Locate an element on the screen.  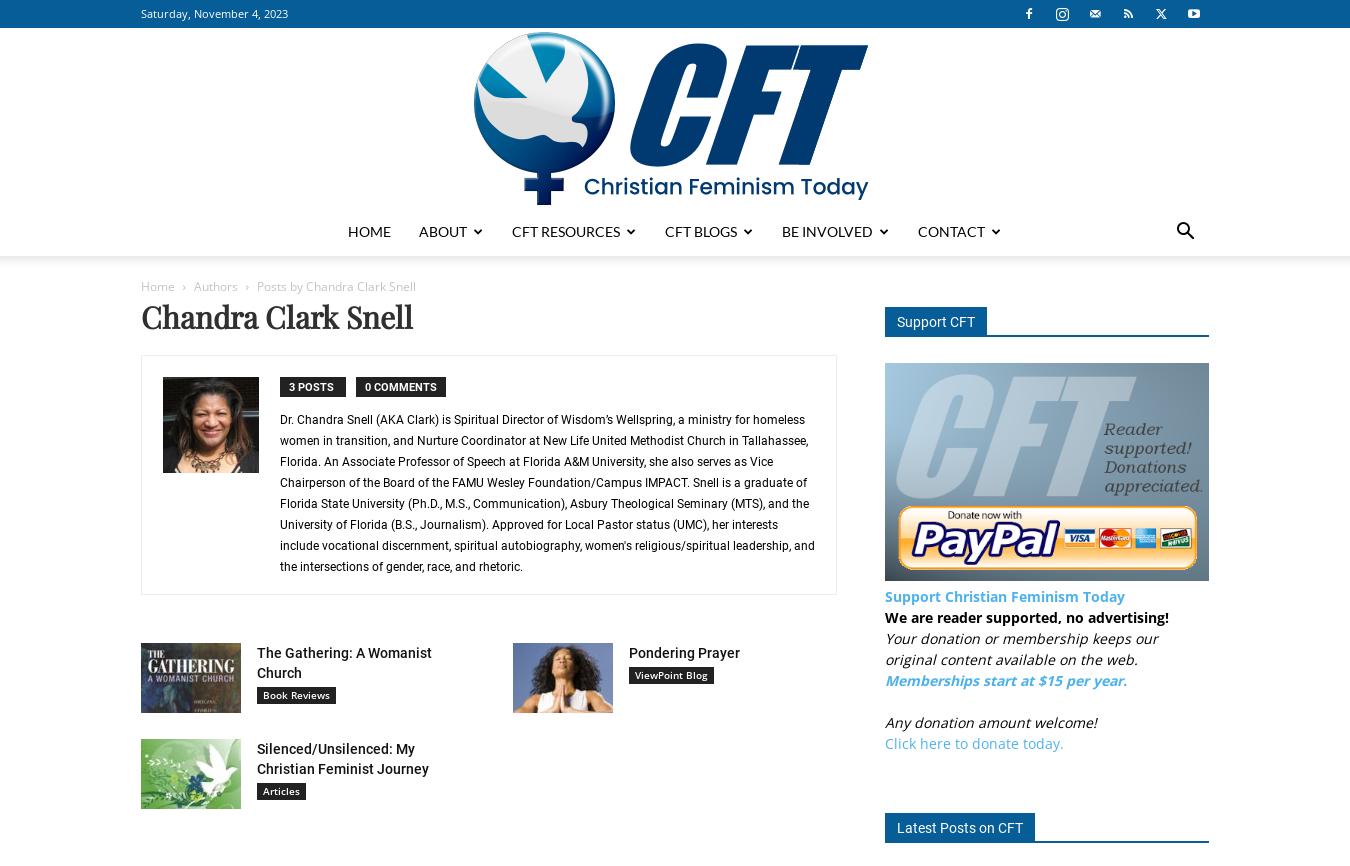
'Any donation amount welcome!' is located at coordinates (990, 721).